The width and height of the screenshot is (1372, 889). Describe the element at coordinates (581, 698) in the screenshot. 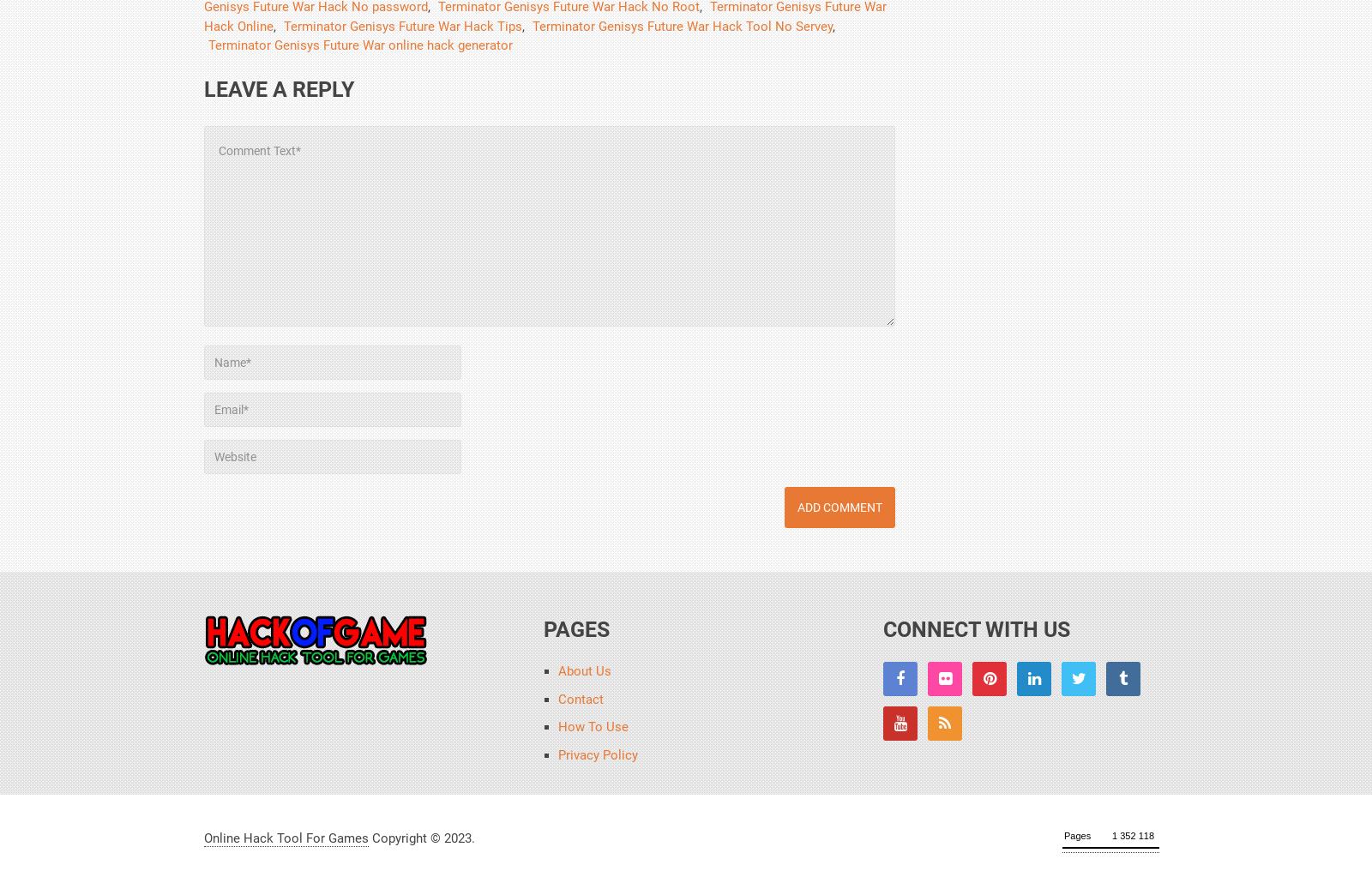

I see `'Contact'` at that location.